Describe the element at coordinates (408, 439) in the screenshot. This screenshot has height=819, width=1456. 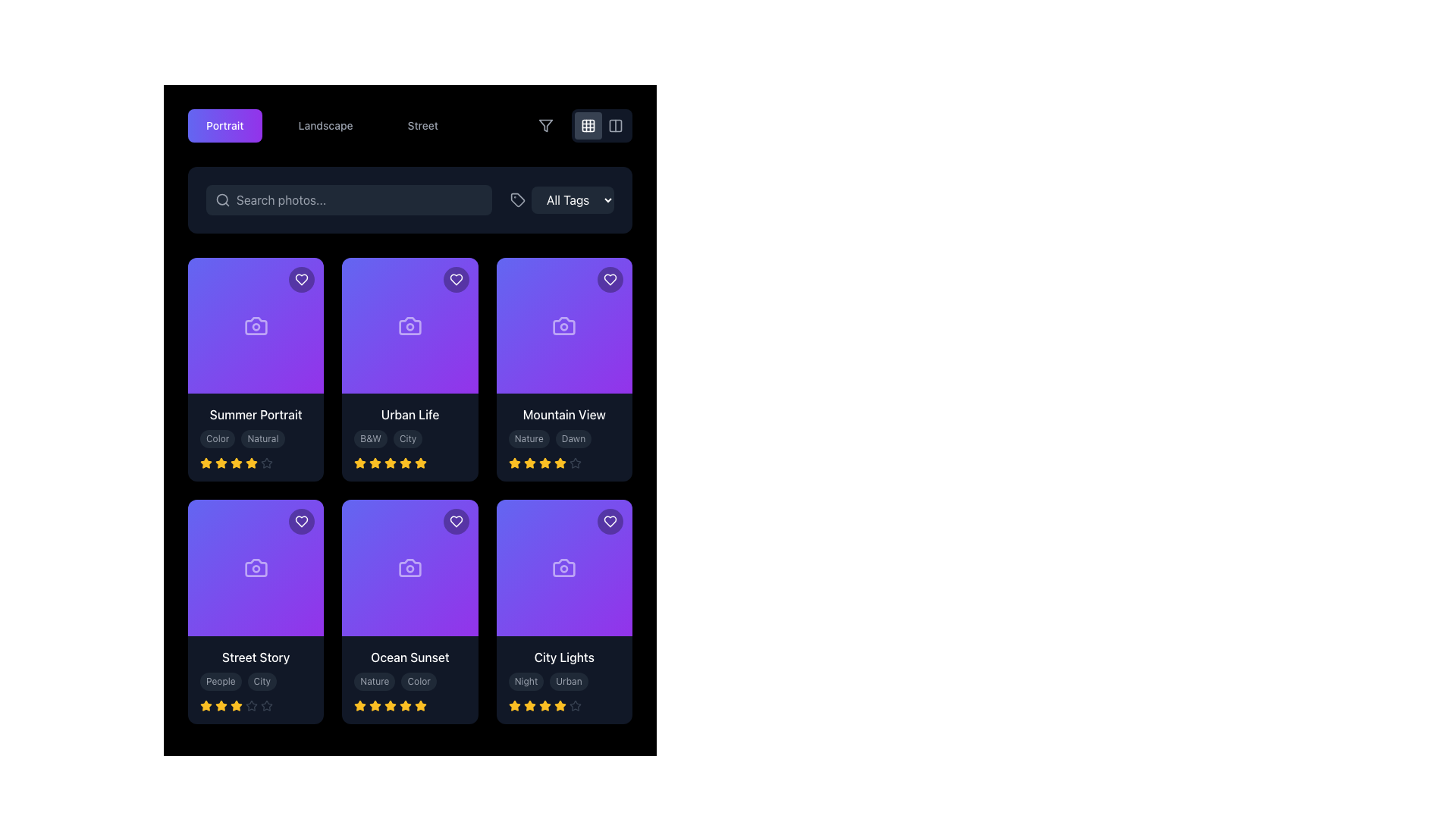
I see `the rounded tag labeled 'City' with a gray background located in the 'Urban Life' card on the second row` at that location.